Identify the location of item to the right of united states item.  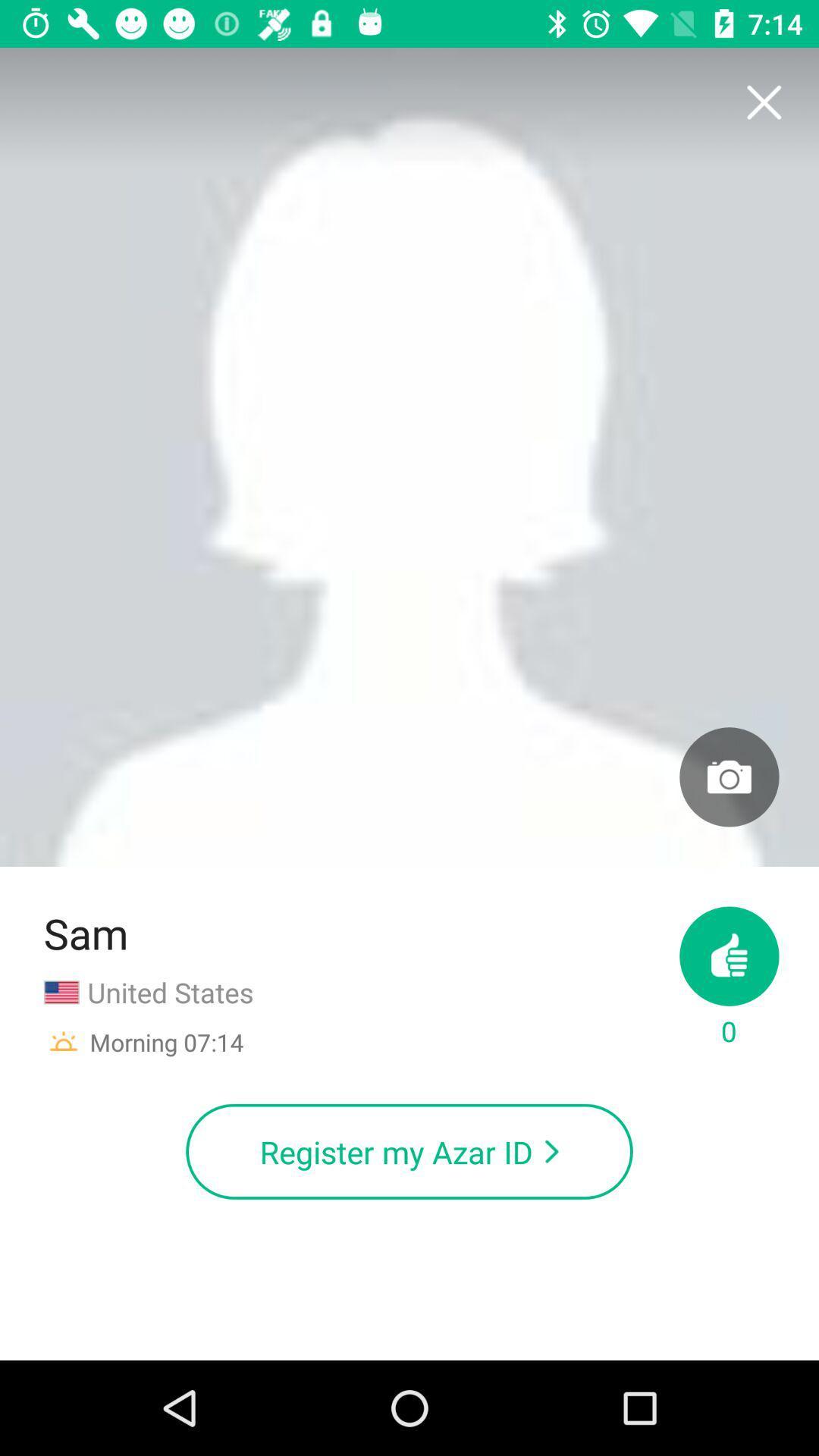
(728, 978).